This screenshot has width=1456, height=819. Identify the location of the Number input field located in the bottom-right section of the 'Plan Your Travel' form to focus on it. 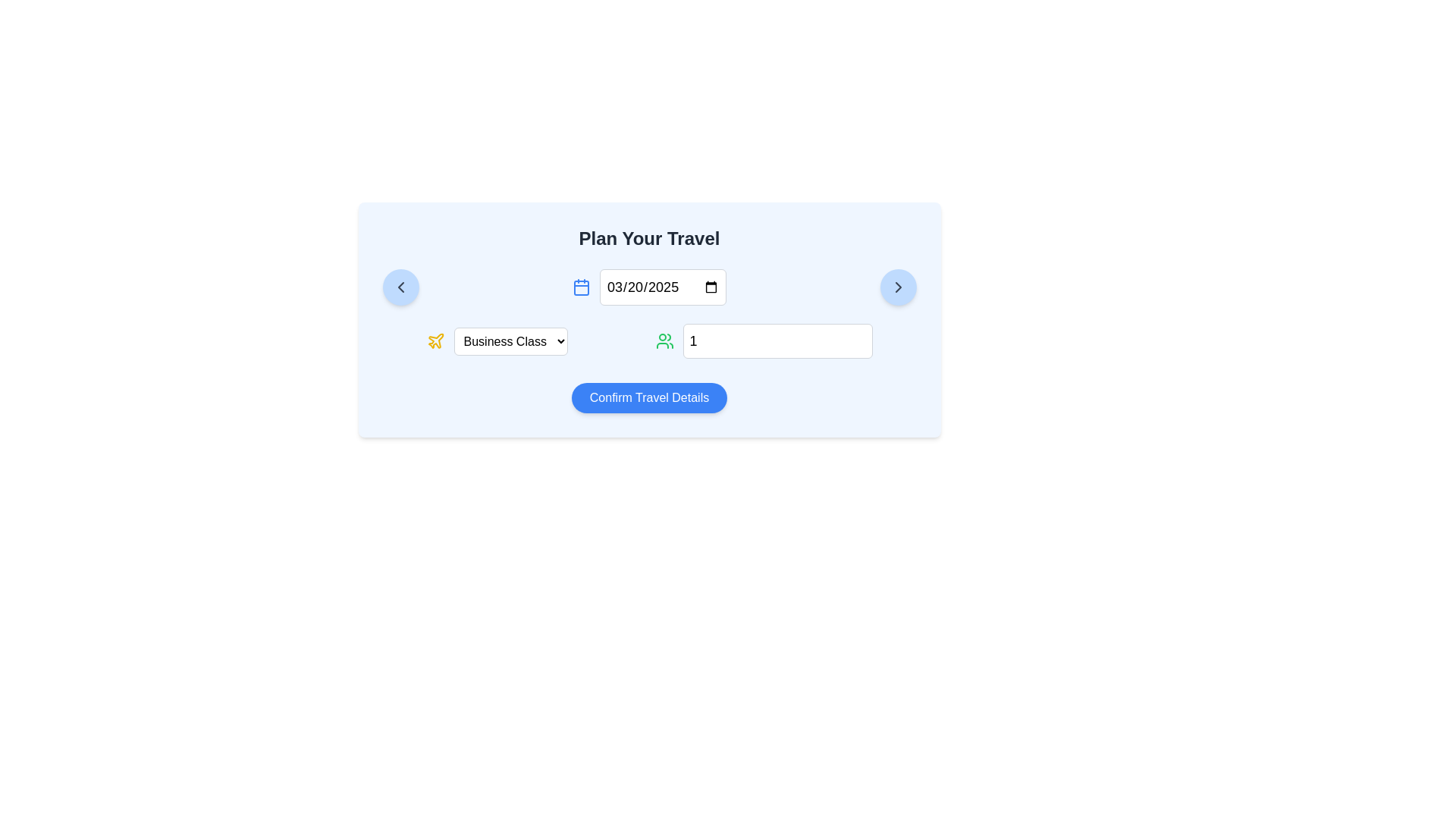
(777, 341).